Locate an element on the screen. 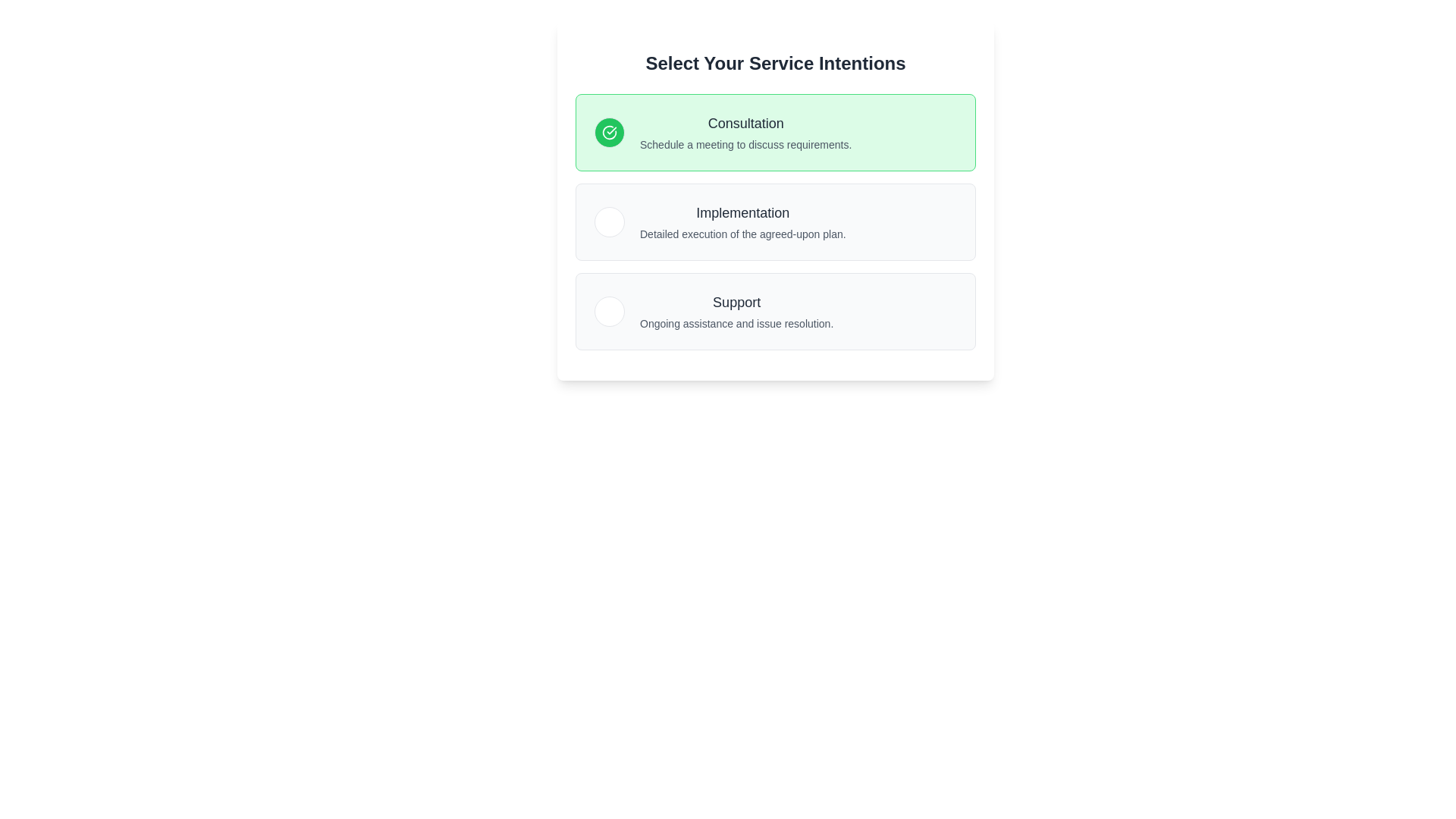 The width and height of the screenshot is (1456, 819). to select the 'Implementation' option in the selectable list item, which contains a circular icon on the left and the text 'Implementation' and 'Detailed execution of the agreed-upon plan.' is located at coordinates (719, 222).